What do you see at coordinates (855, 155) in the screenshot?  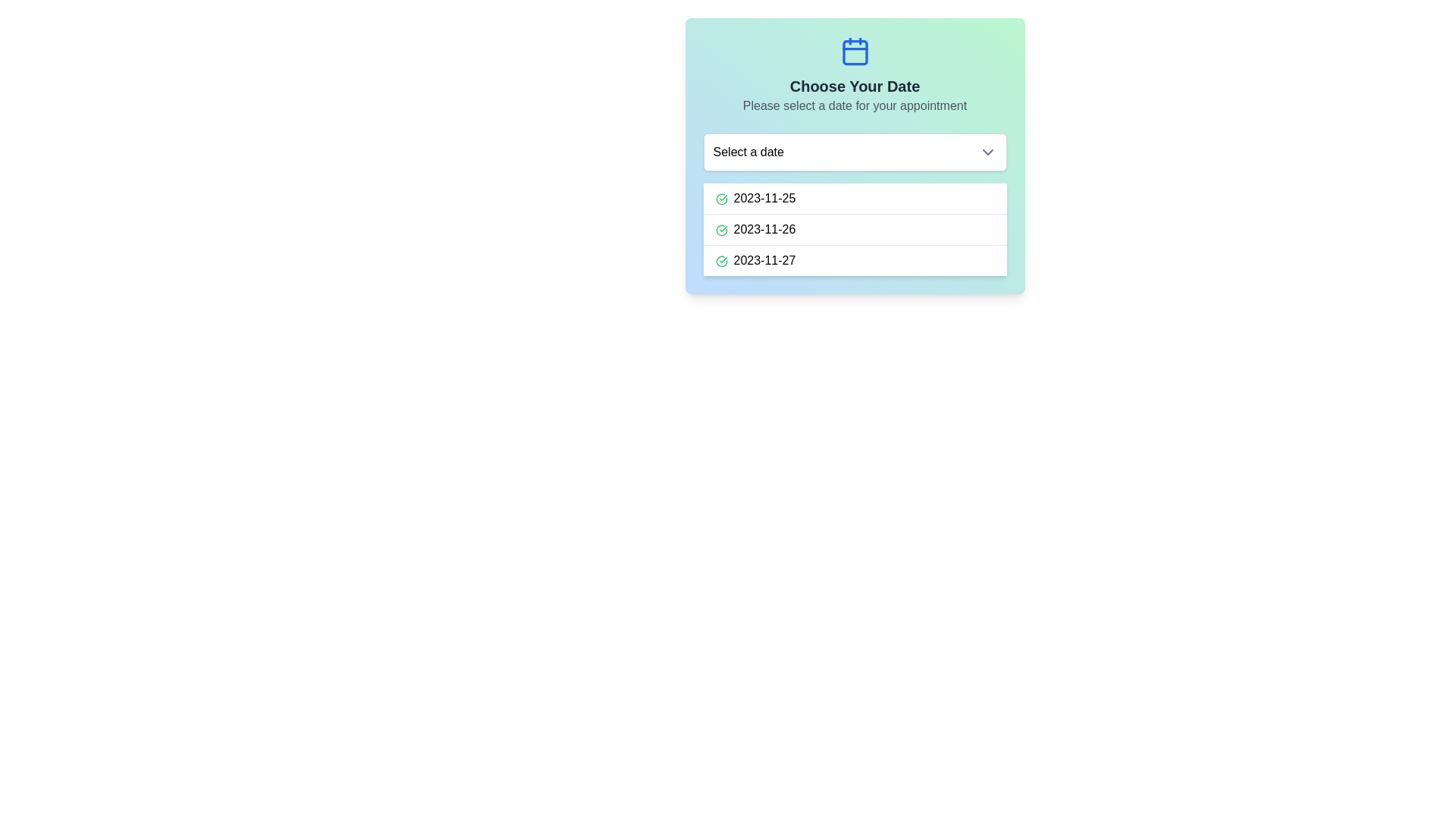 I see `the date selection interface, which is centrally located and serves as the main content focus for picking a date` at bounding box center [855, 155].